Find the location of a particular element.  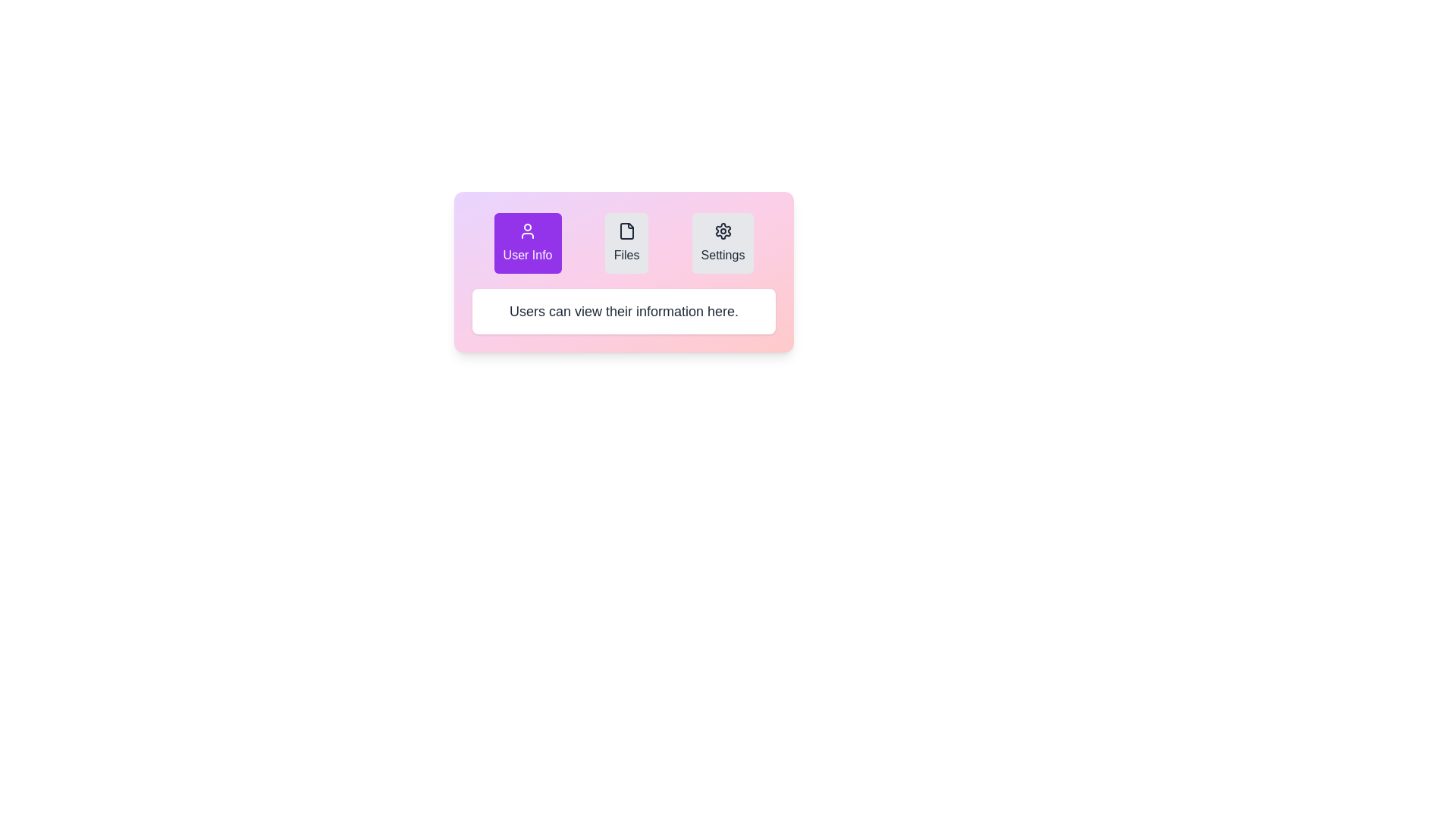

the 'Files' button, which is the center button in a horizontal group of three buttons, to change its appearance is located at coordinates (626, 242).